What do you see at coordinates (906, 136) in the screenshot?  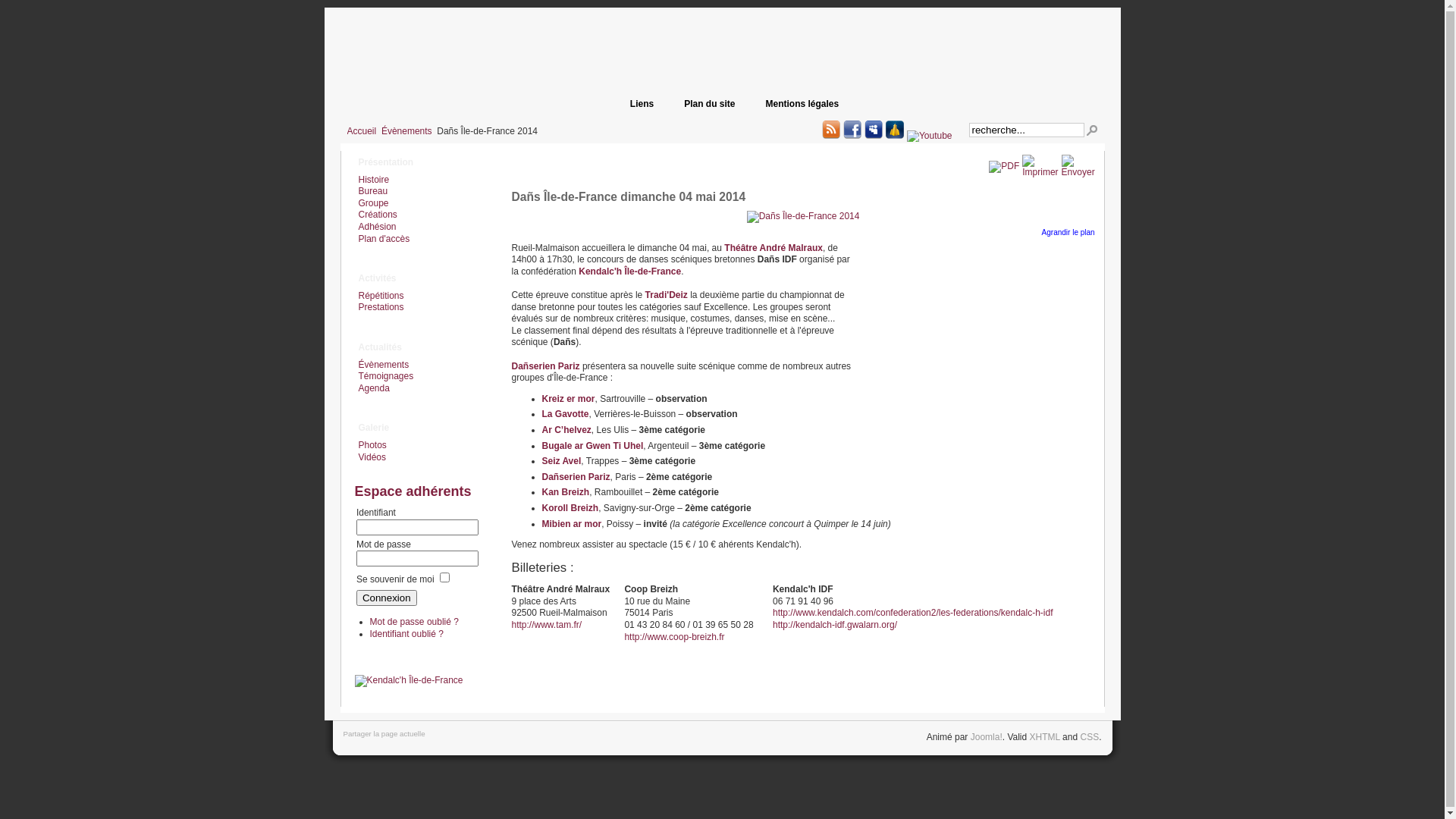 I see `'Suivez-nous sur Youtube'` at bounding box center [906, 136].